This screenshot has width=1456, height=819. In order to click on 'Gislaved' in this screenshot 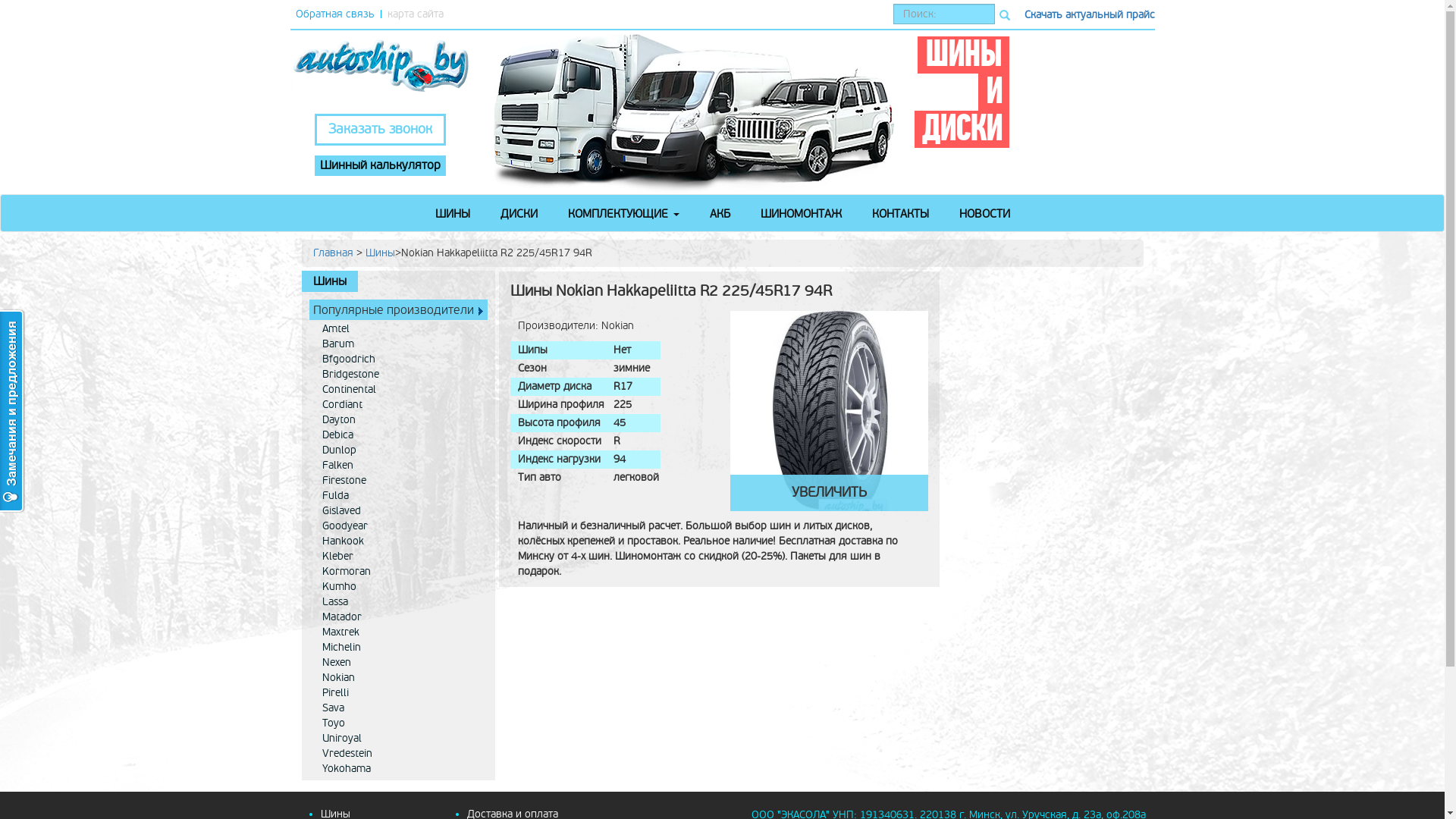, I will do `click(400, 511)`.